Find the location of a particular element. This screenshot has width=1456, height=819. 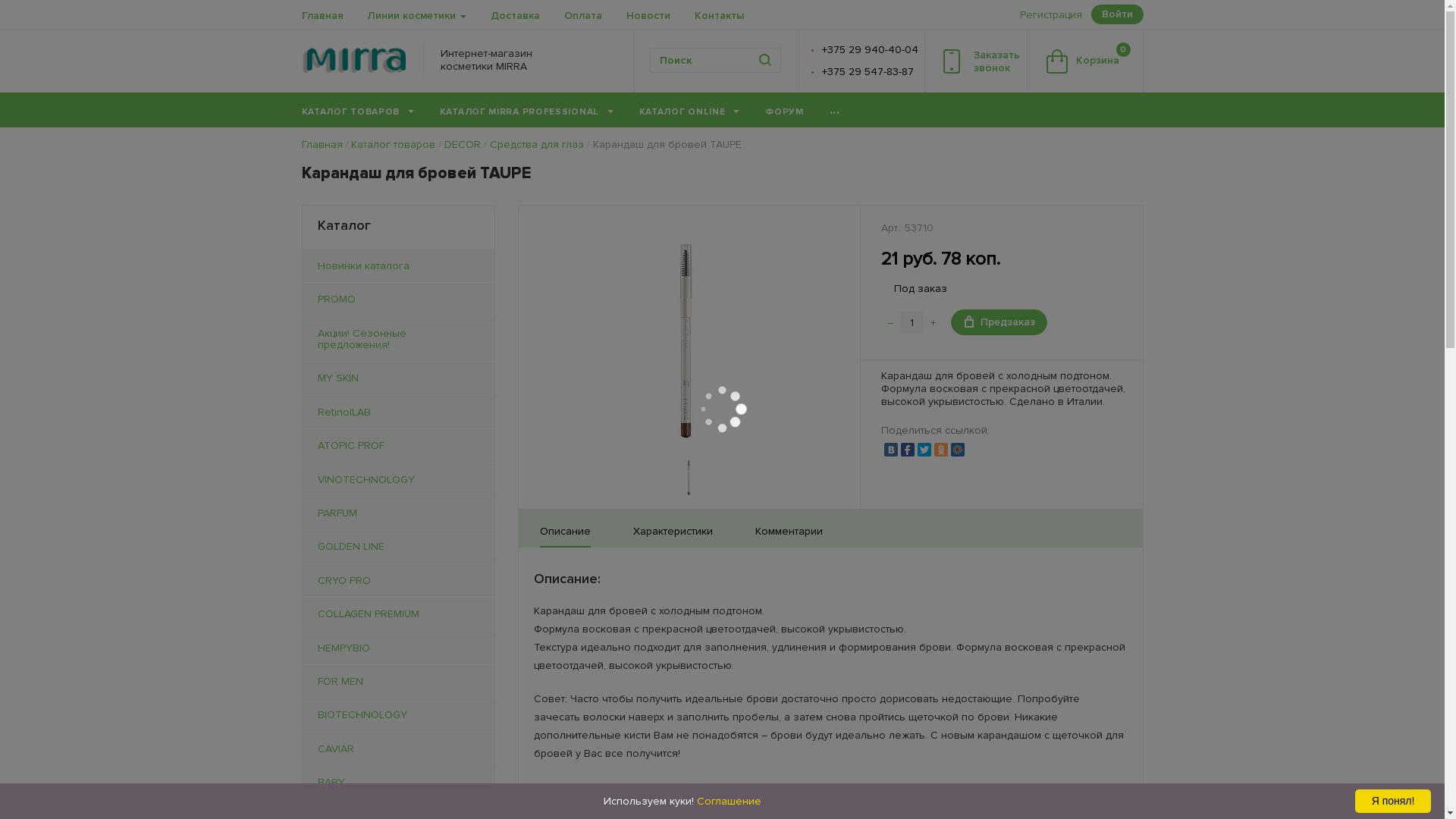

'BABY' is located at coordinates (302, 782).